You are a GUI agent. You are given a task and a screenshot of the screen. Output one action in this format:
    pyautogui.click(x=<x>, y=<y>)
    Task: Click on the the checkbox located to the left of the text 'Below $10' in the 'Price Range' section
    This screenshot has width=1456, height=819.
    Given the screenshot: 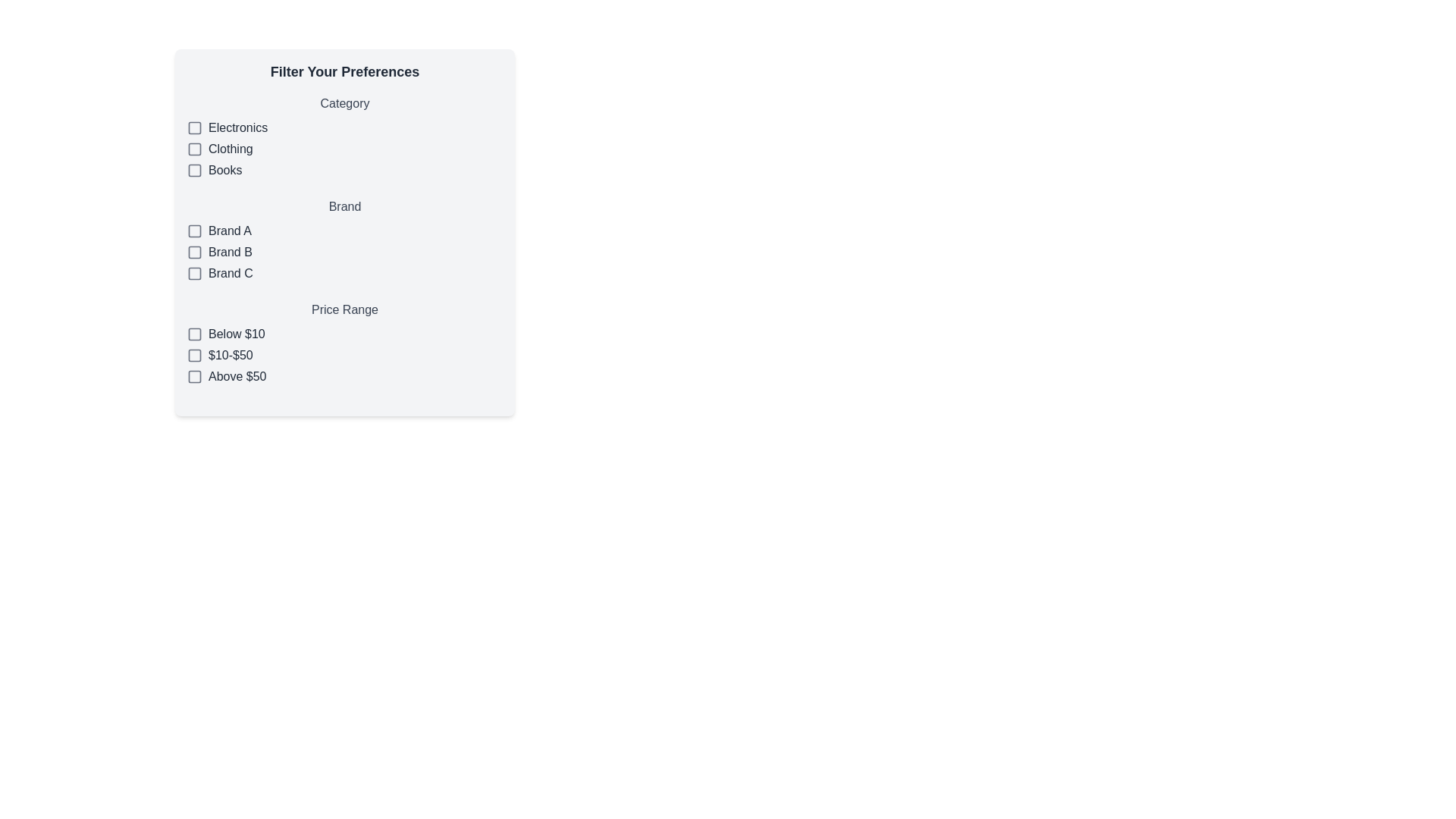 What is the action you would take?
    pyautogui.click(x=194, y=333)
    